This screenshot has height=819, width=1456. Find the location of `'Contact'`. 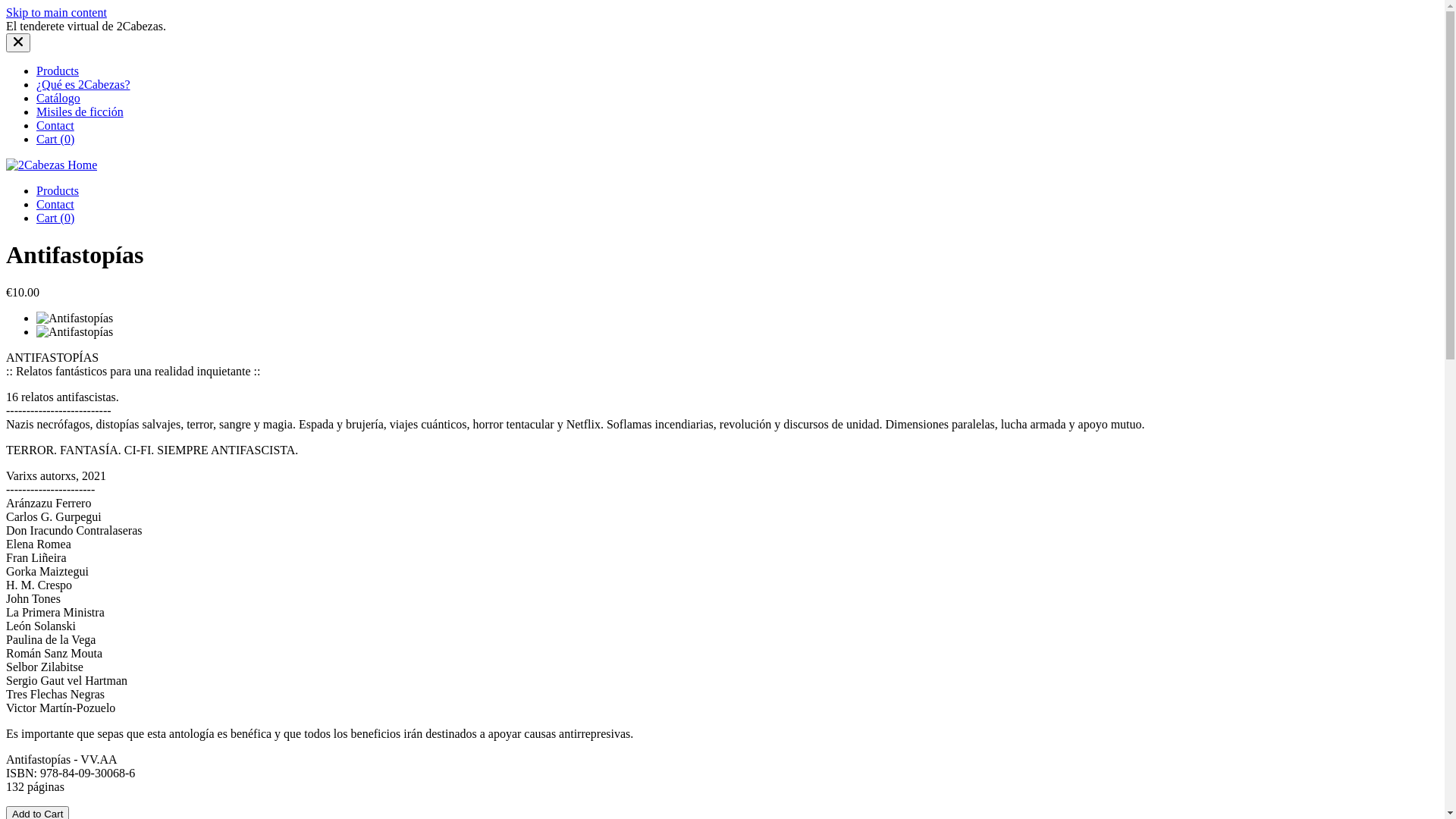

'Contact' is located at coordinates (55, 203).